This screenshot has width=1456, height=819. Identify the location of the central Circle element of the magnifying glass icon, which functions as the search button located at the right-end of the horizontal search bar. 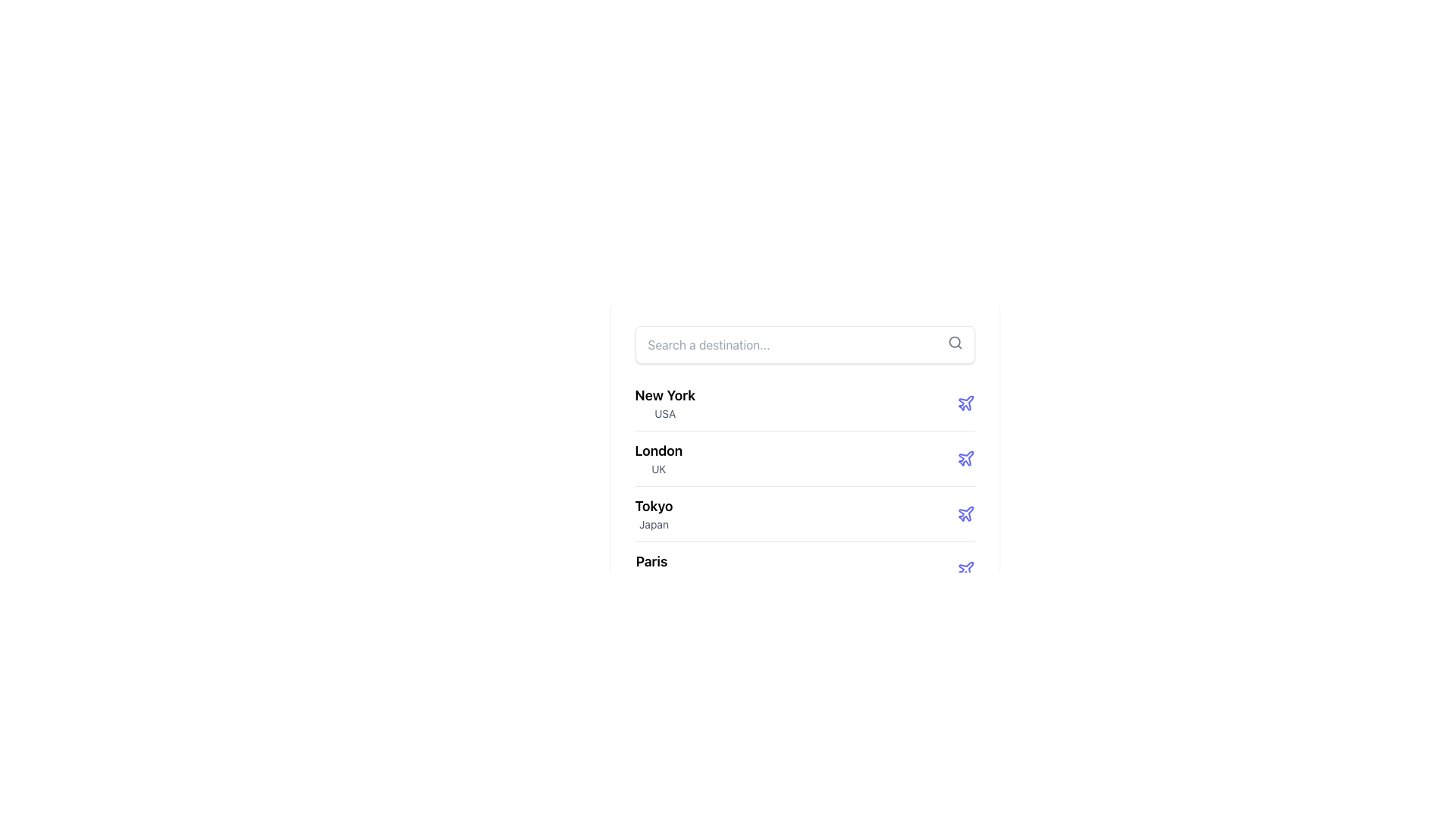
(953, 342).